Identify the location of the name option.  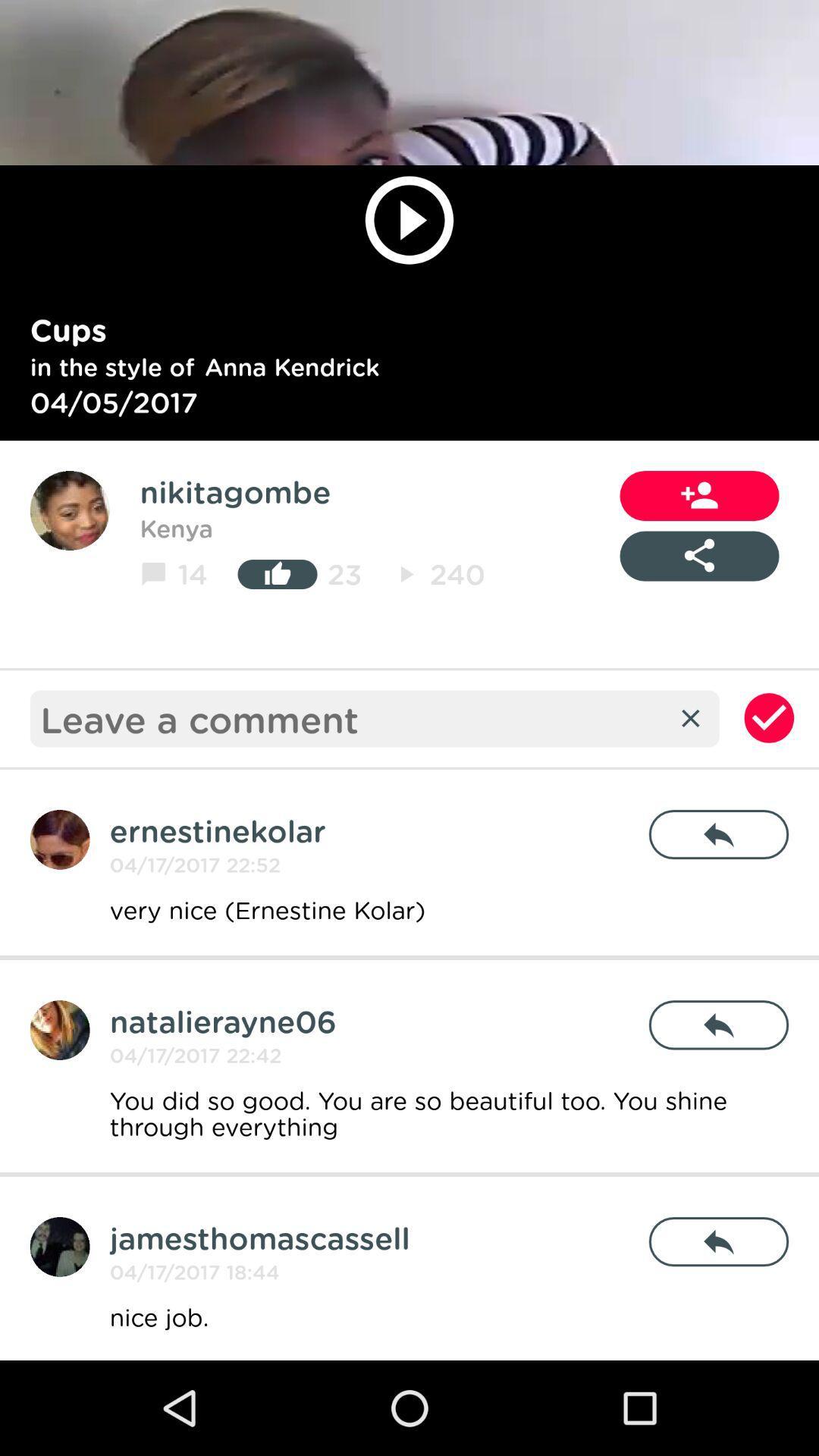
(59, 1247).